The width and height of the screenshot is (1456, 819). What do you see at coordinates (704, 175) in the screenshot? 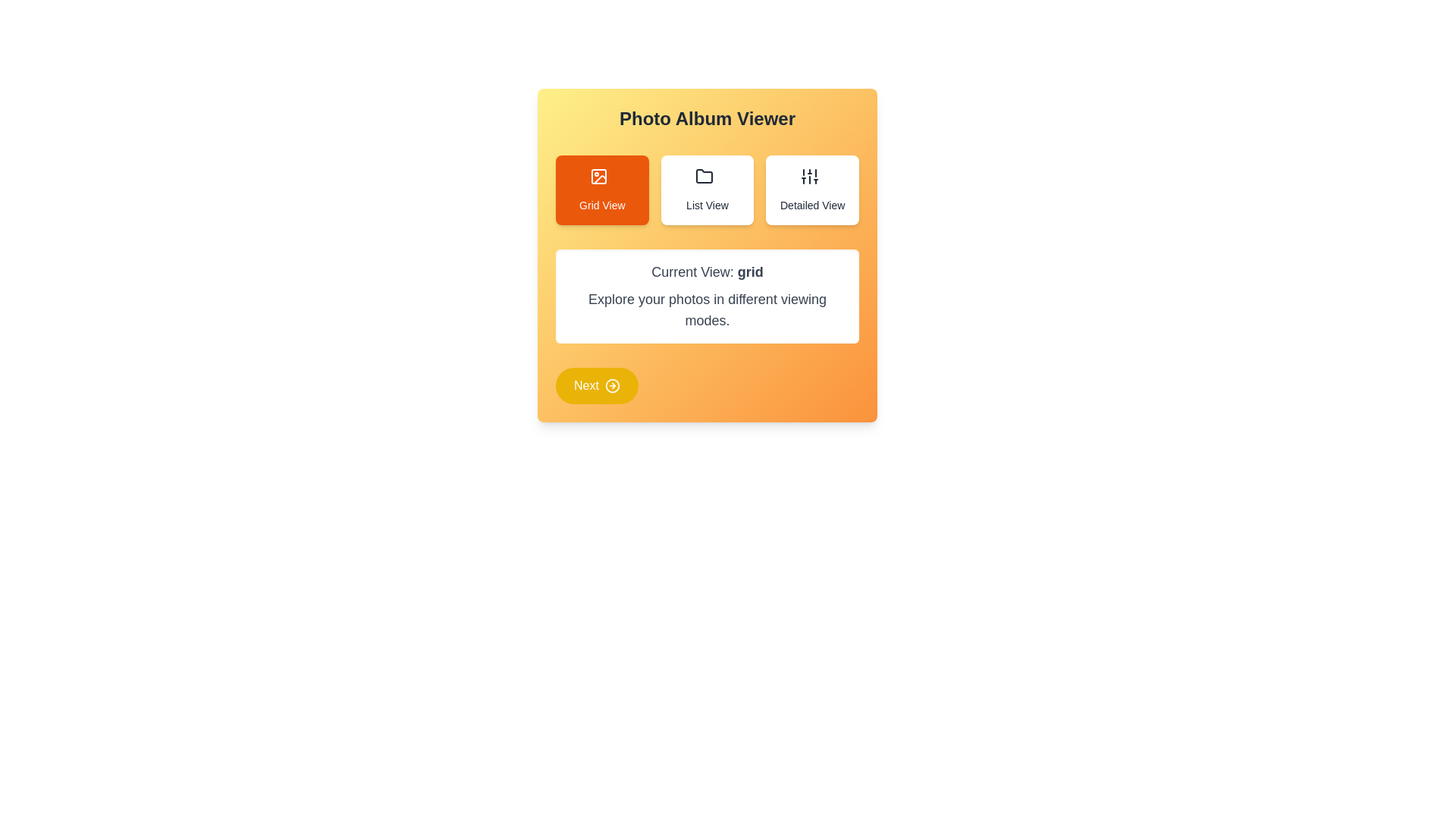
I see `the folder icon button representing the list view, which is the second icon in a set of three horizontally aligned icons located centrally within the interface` at bounding box center [704, 175].